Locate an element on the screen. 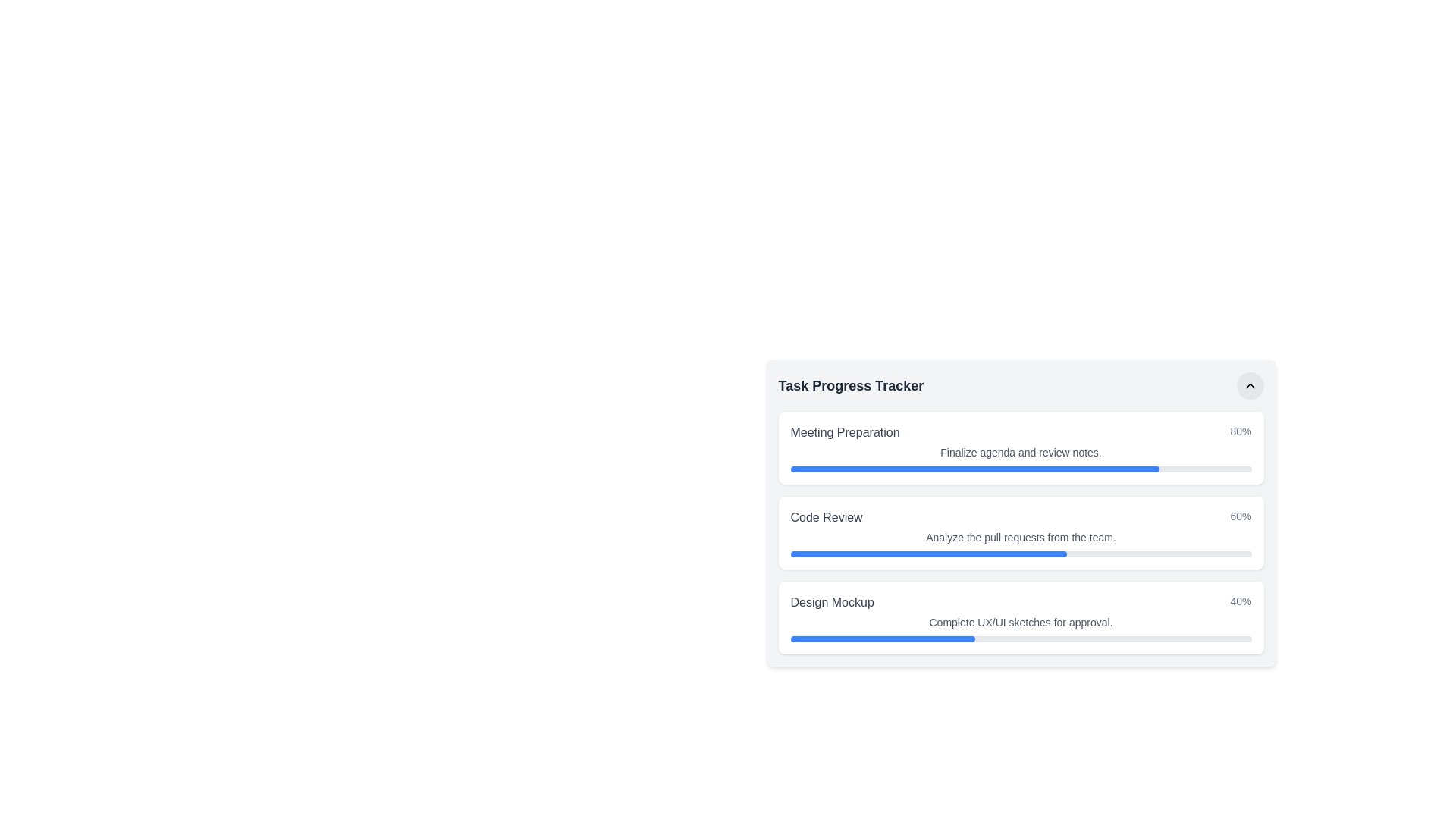  text content of the Text Label that identifies the task title, such as 'Meeting Preparation', located at the top-left corner of the first task item is located at coordinates (844, 432).